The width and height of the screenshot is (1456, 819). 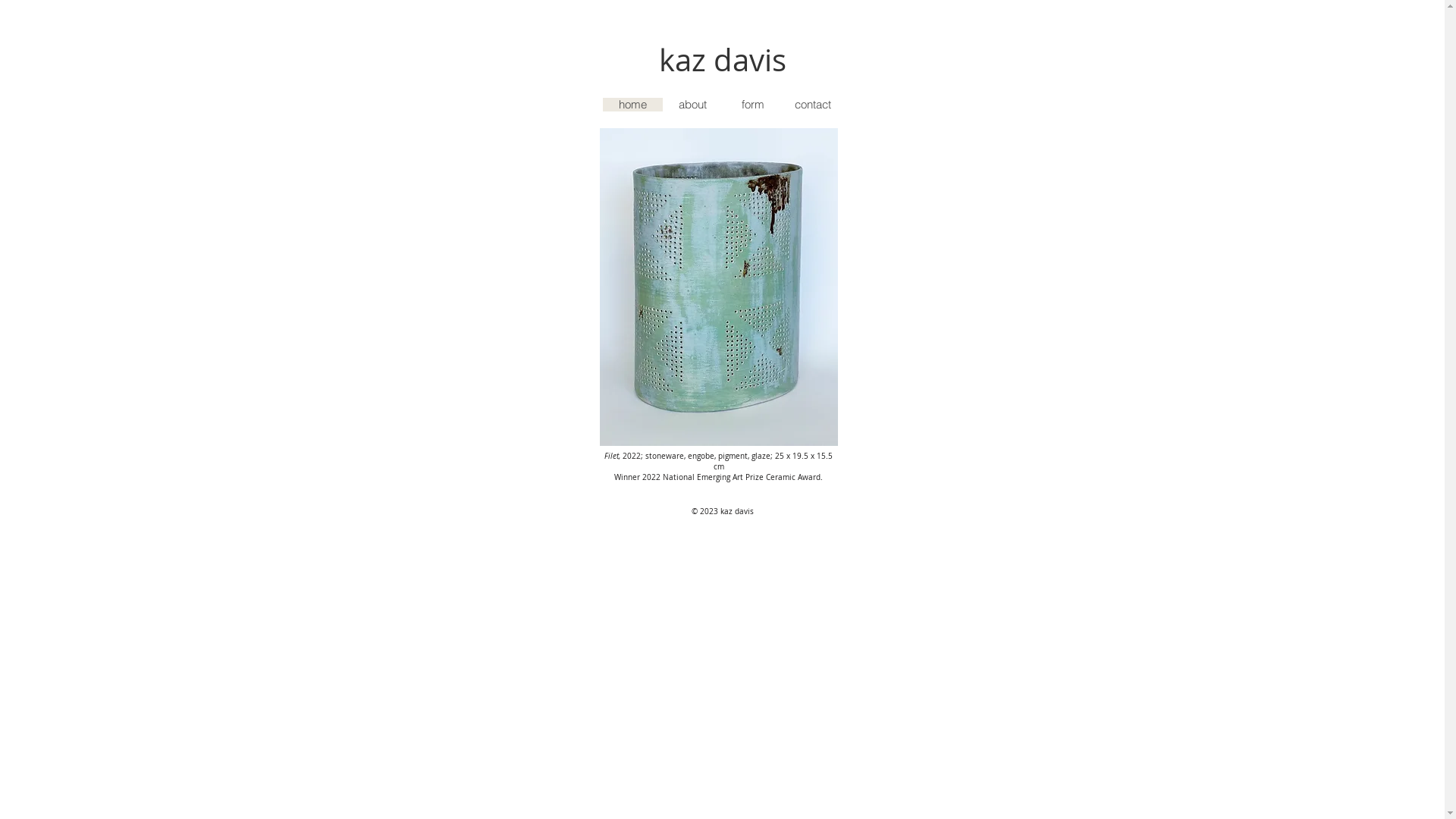 I want to click on 'form', so click(x=752, y=104).